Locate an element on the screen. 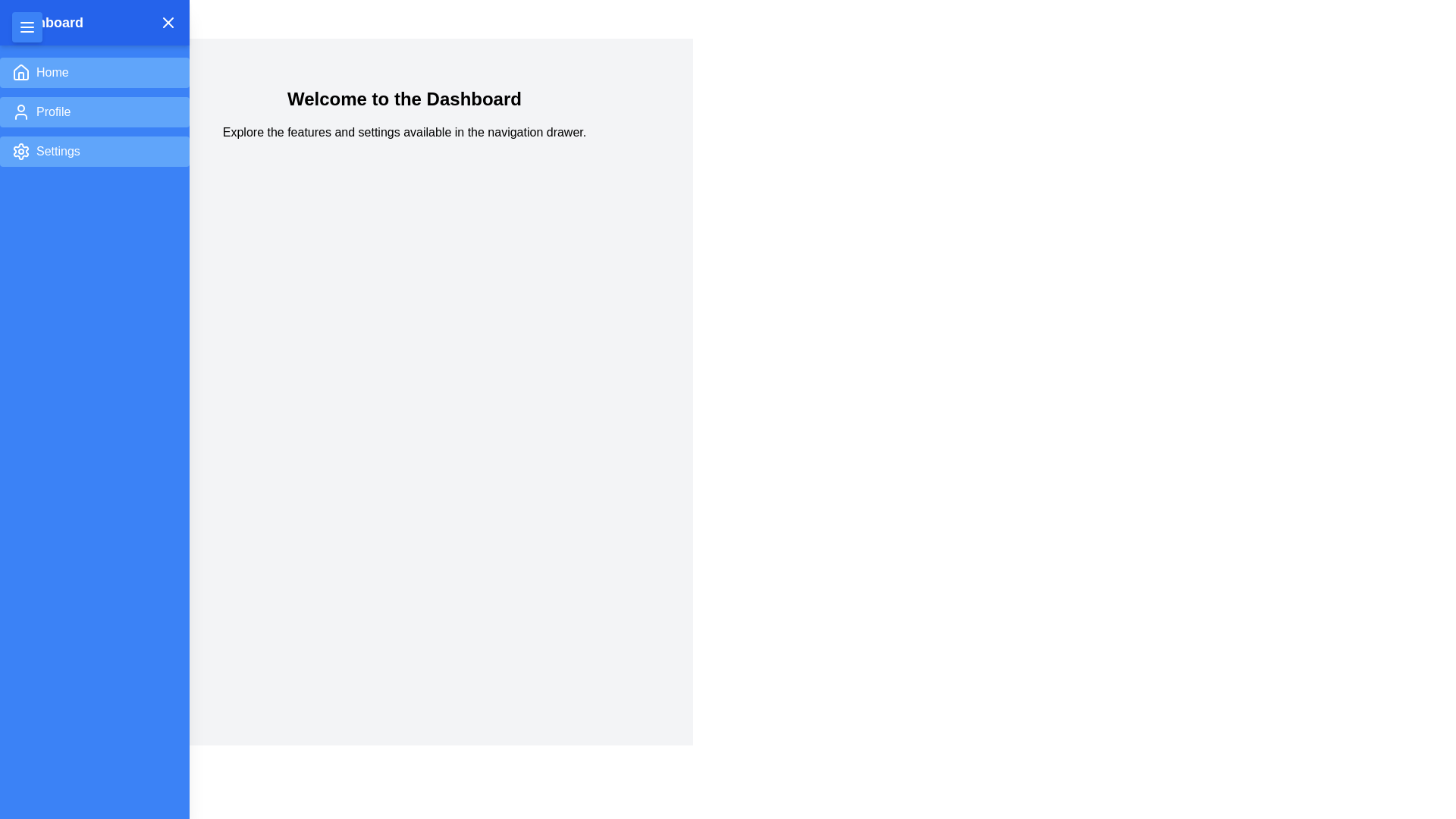 The width and height of the screenshot is (1456, 819). the small cross-shaped icon in the top-right corner of the blue navigation bar is located at coordinates (168, 23).